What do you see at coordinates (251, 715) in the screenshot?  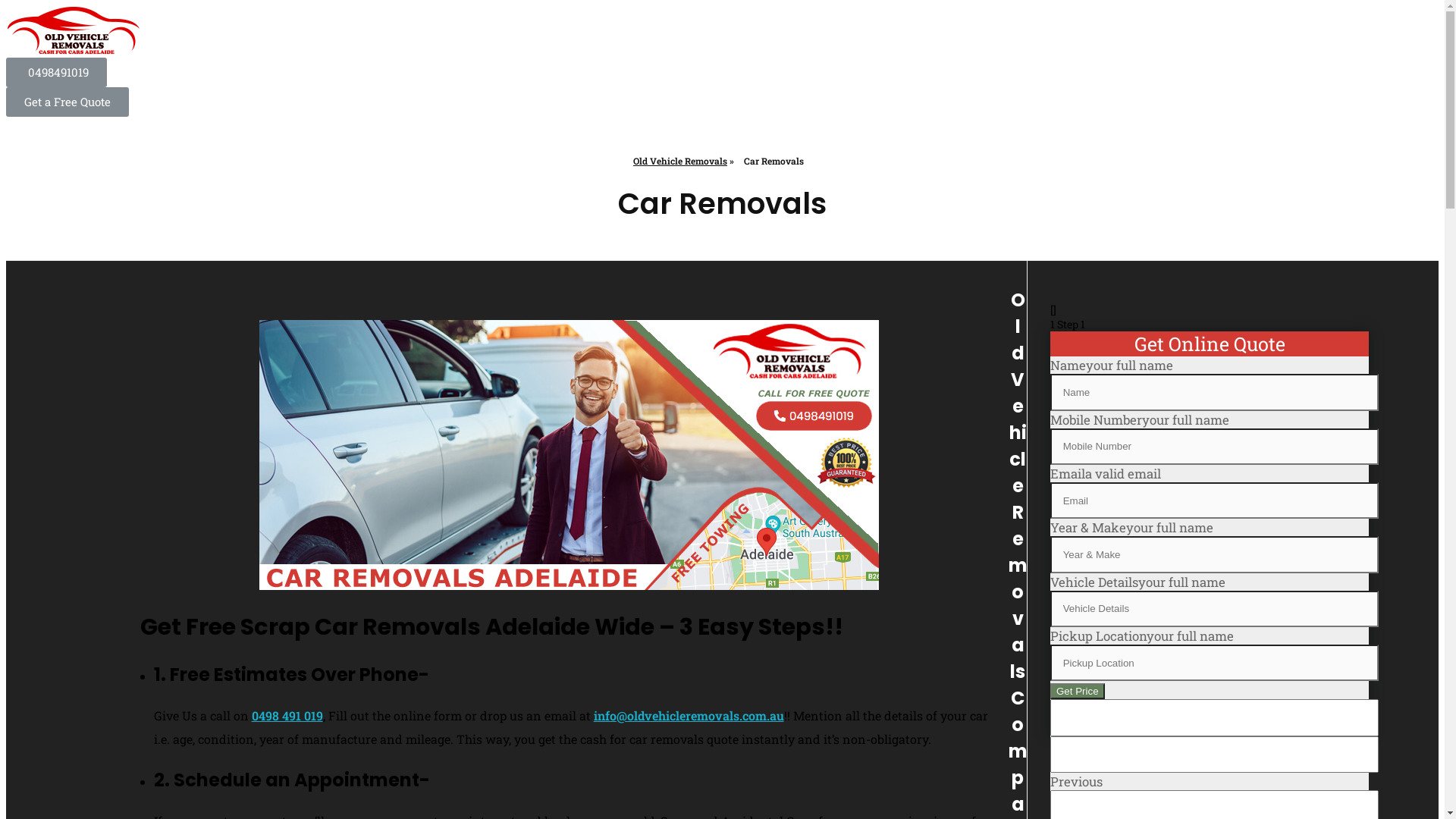 I see `'0498 491 019'` at bounding box center [251, 715].